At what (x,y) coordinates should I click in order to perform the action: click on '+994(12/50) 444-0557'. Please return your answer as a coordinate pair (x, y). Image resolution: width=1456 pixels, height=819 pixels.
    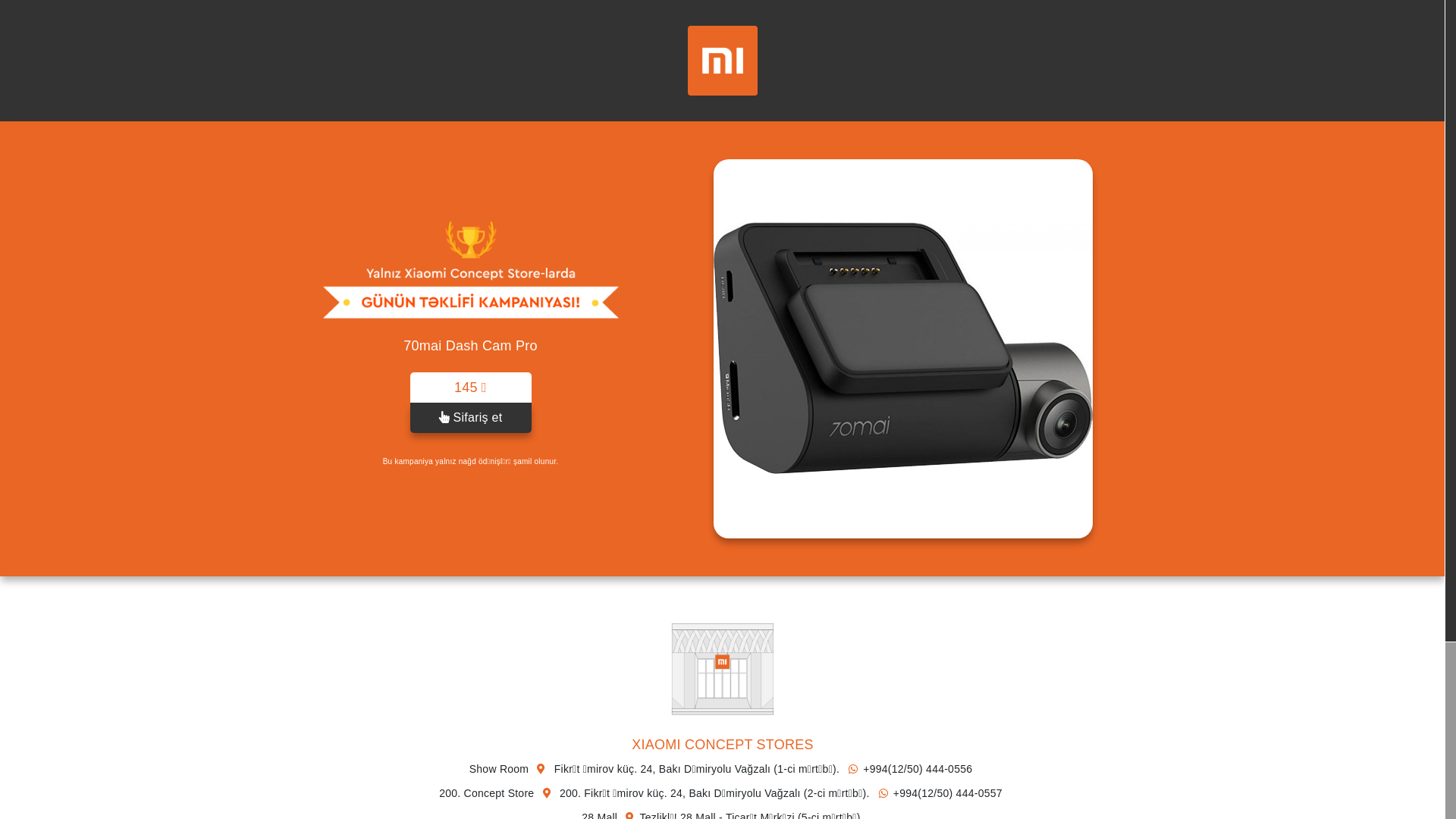
    Looking at the image, I should click on (937, 792).